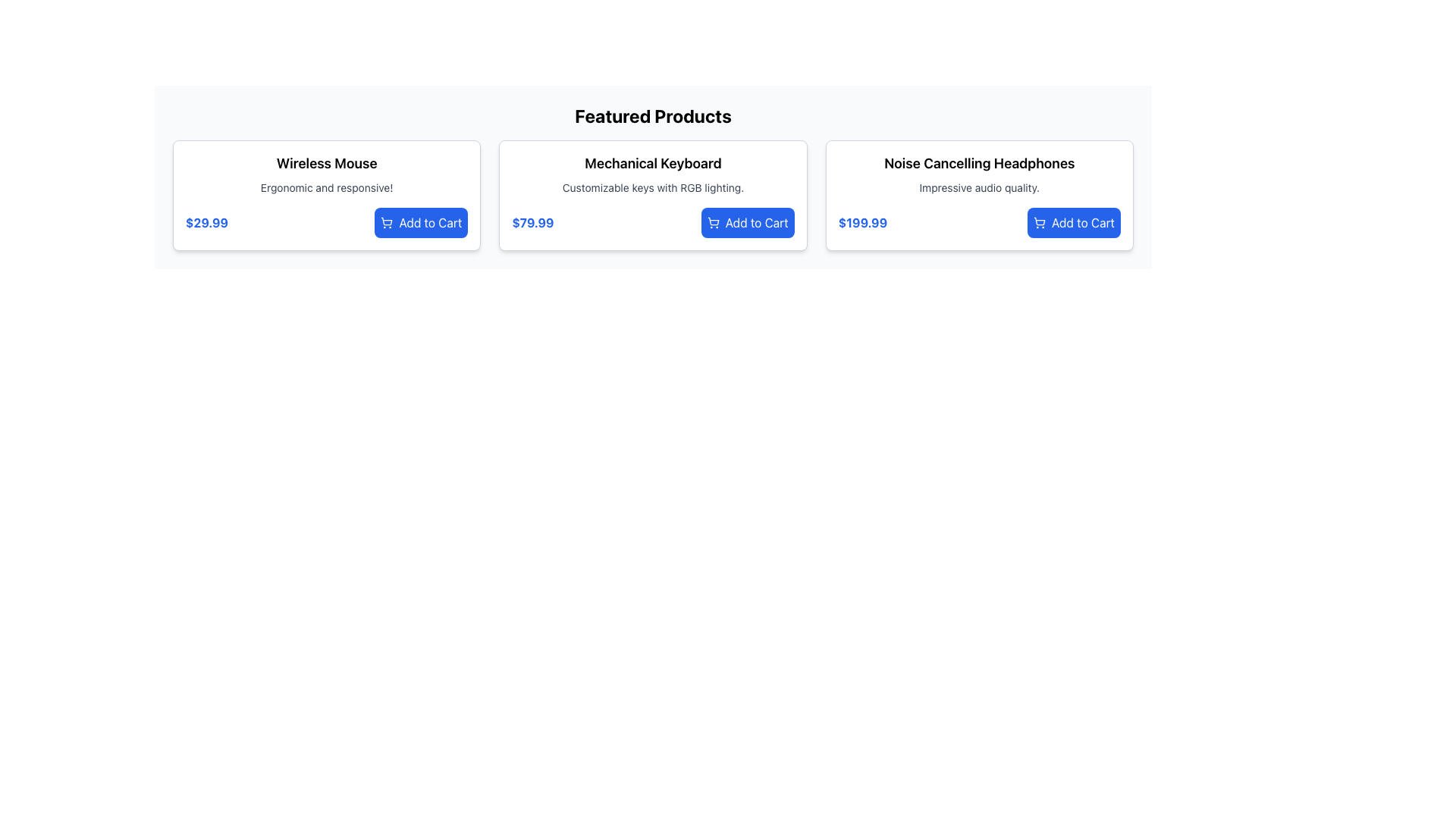  Describe the element at coordinates (979, 164) in the screenshot. I see `the text heading 'Noise Cancelling Headphones' to emphasize it` at that location.